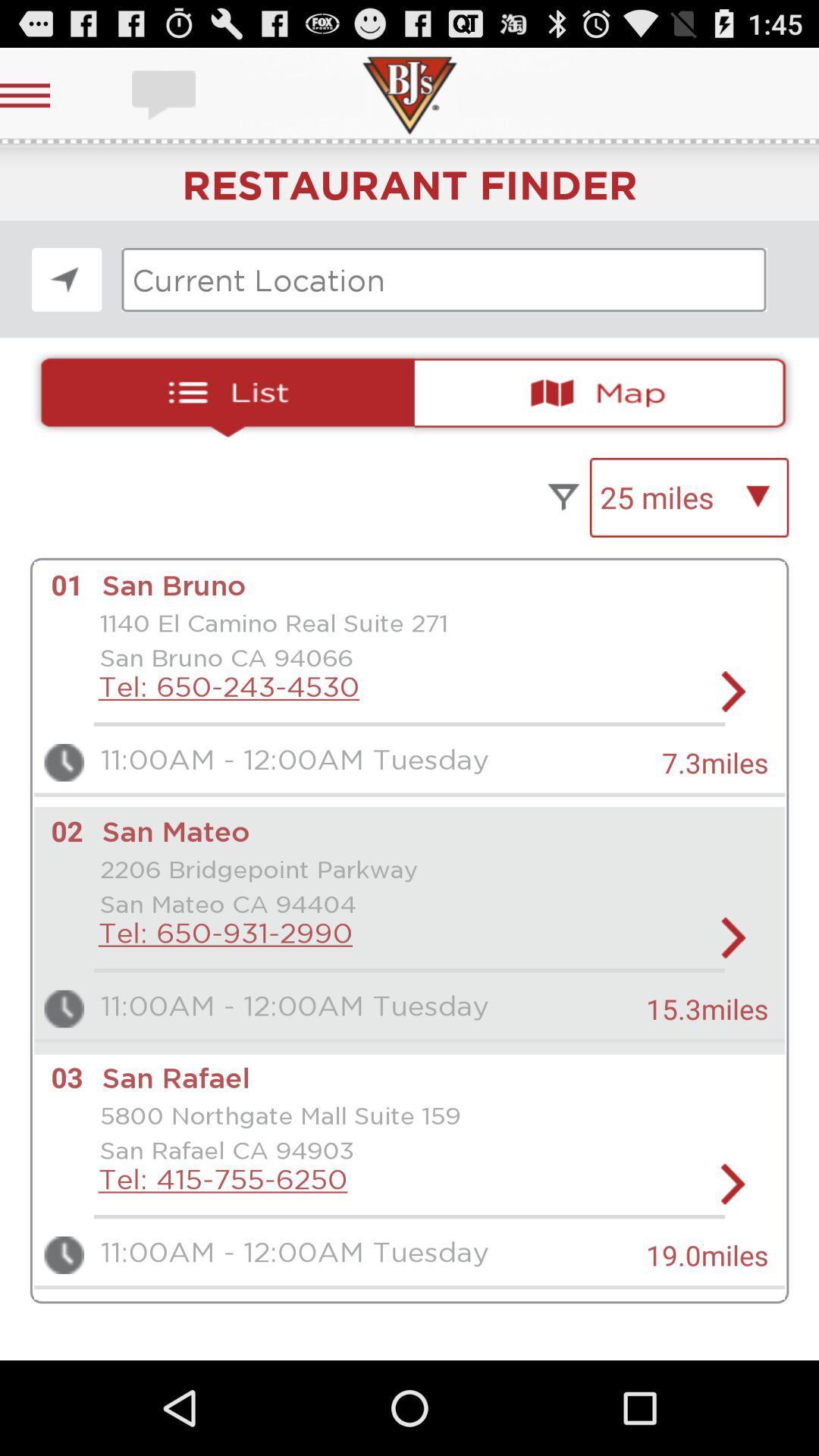  What do you see at coordinates (606, 393) in the screenshot?
I see `maps` at bounding box center [606, 393].